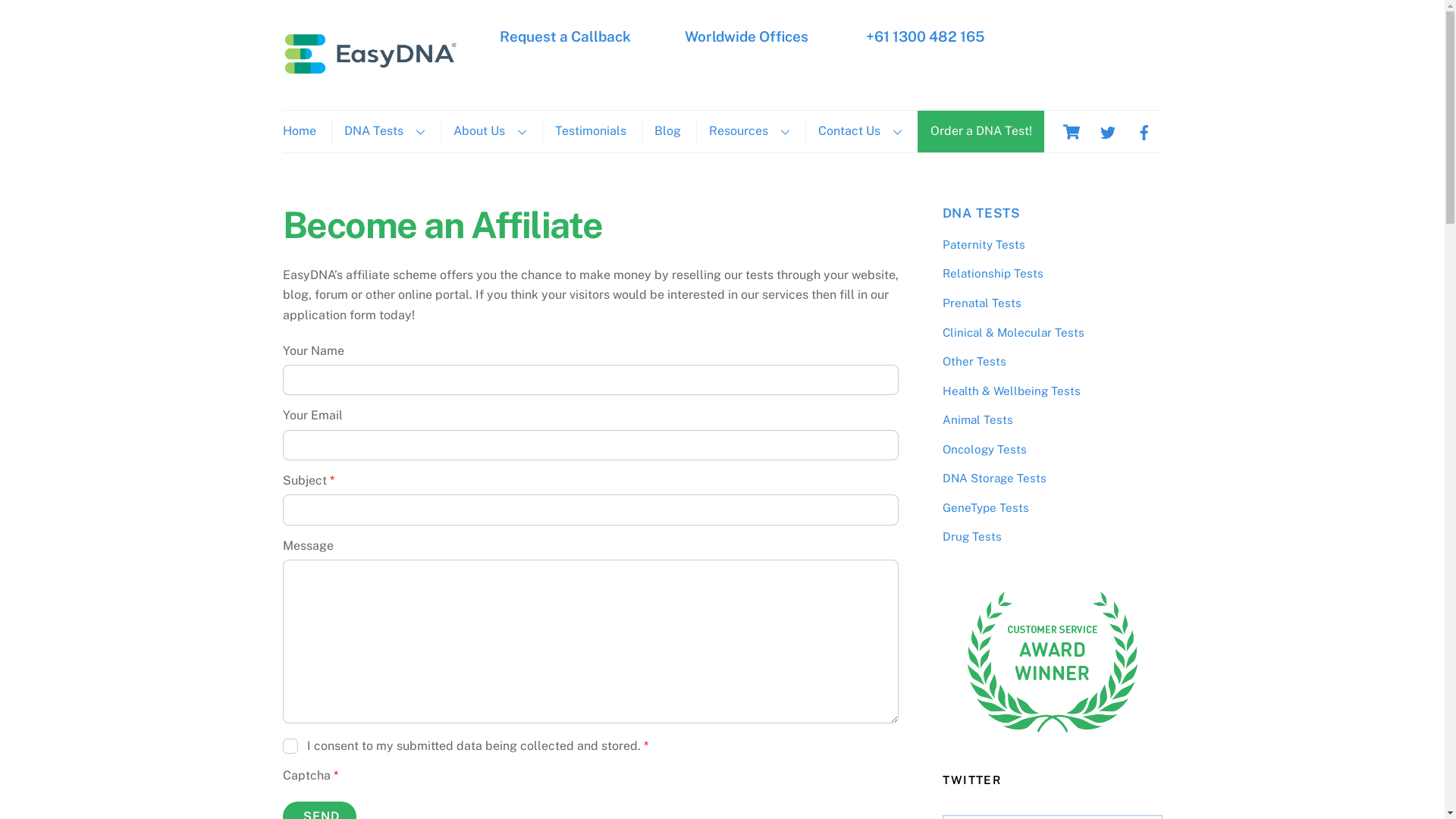  I want to click on 'Home', so click(304, 130).